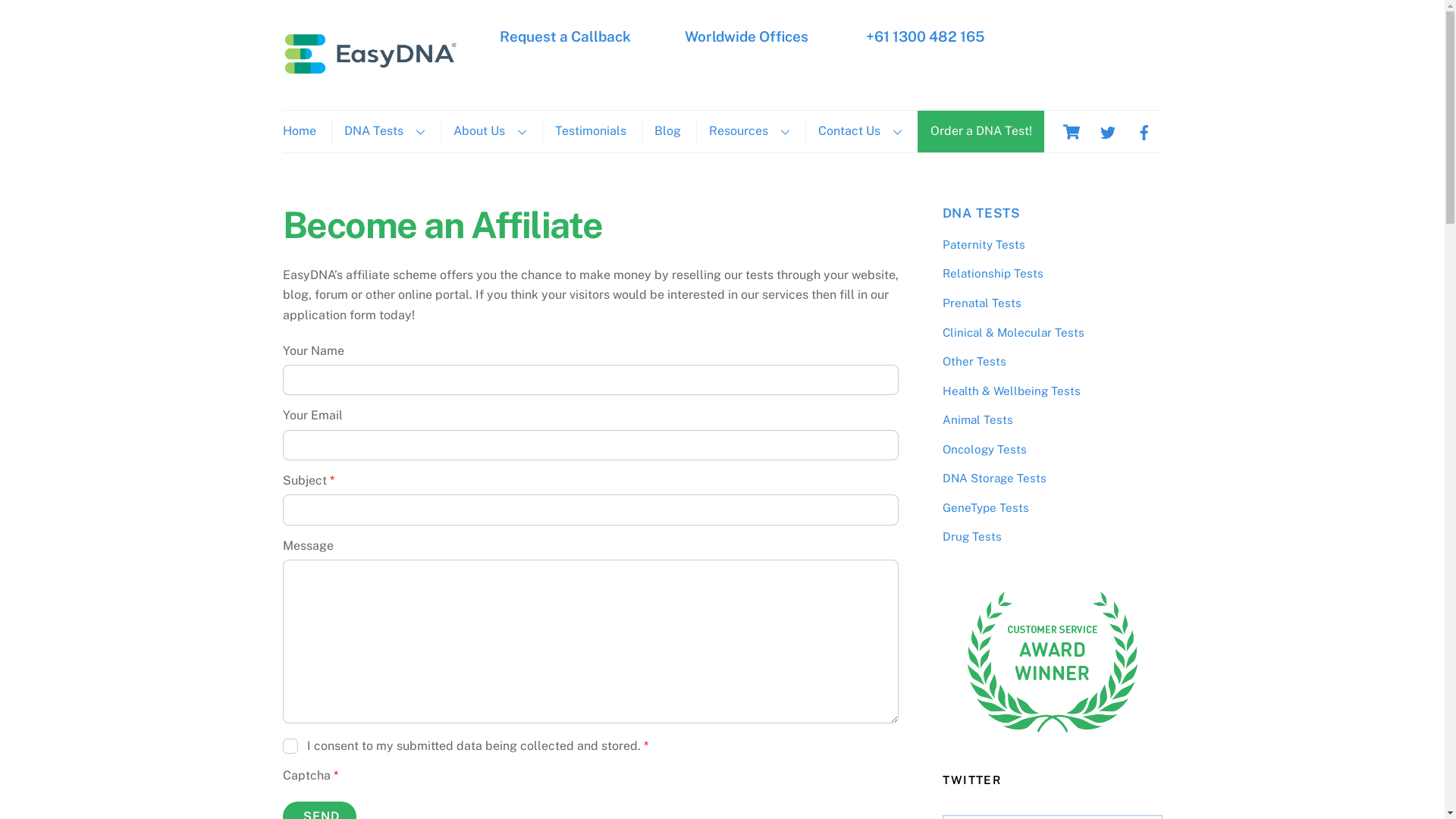  I want to click on 'Home', so click(304, 130).